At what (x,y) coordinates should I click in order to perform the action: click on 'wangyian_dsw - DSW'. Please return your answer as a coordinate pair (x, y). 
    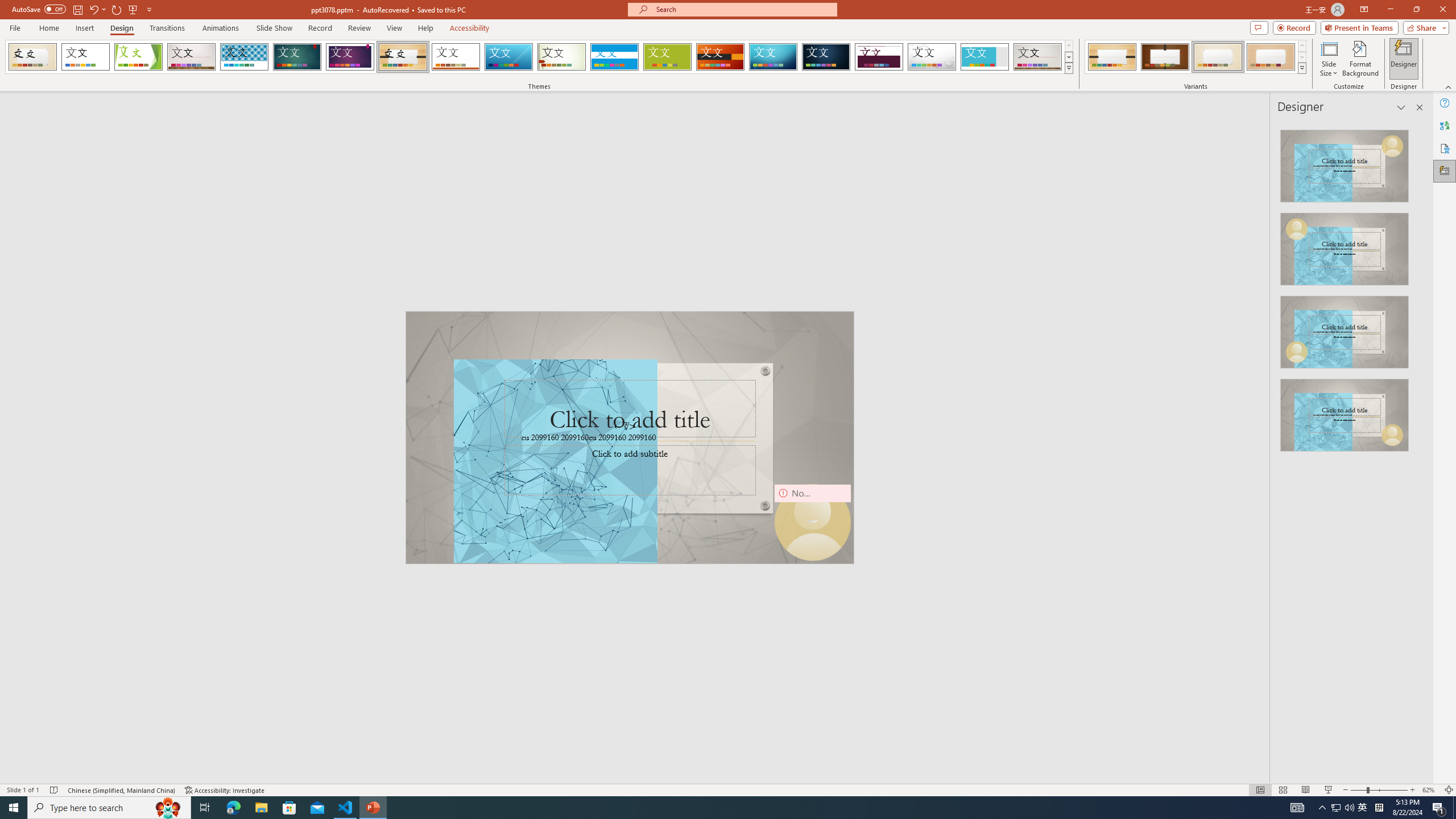
    Looking at the image, I should click on (23, 183).